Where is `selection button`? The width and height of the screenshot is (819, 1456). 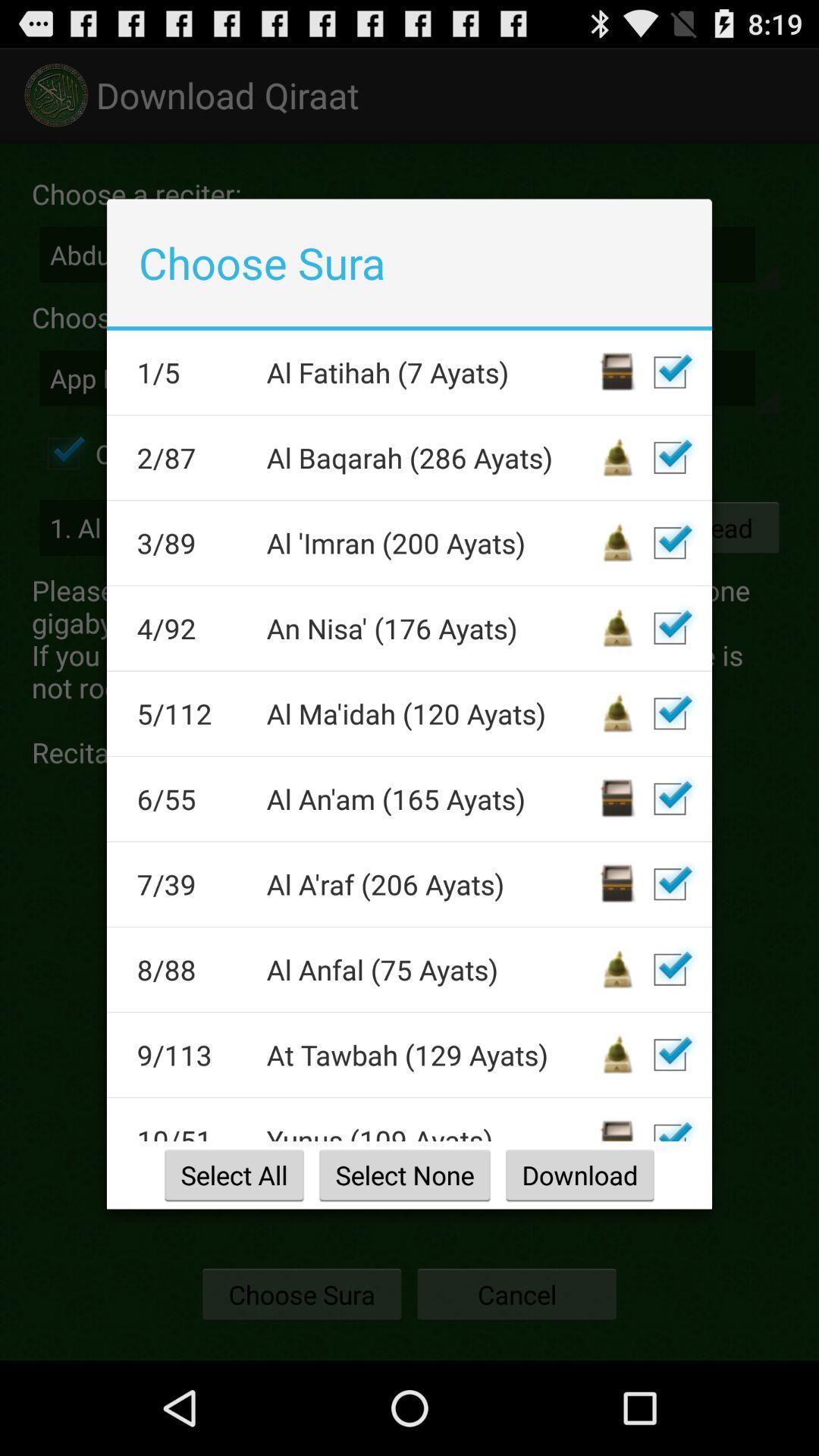 selection button is located at coordinates (669, 628).